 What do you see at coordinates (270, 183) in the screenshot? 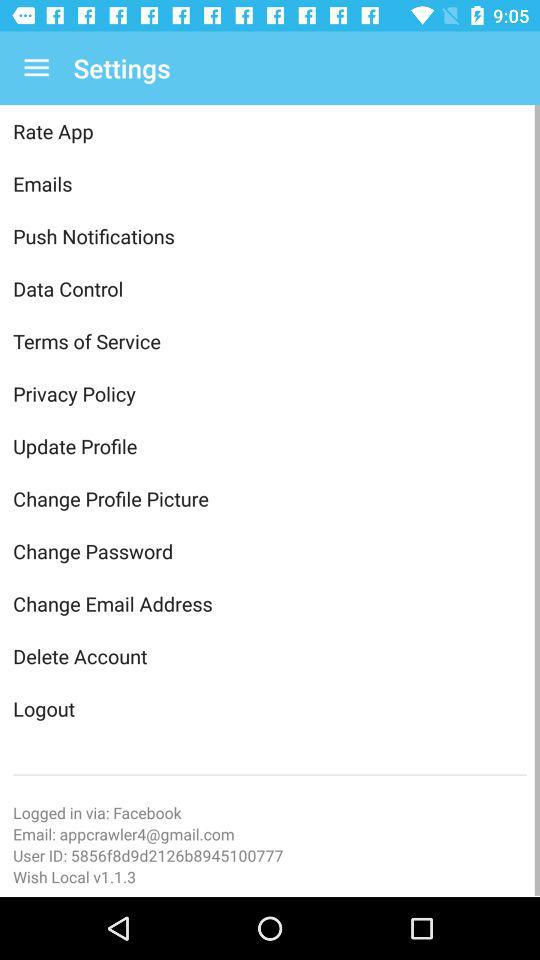
I see `emails item` at bounding box center [270, 183].